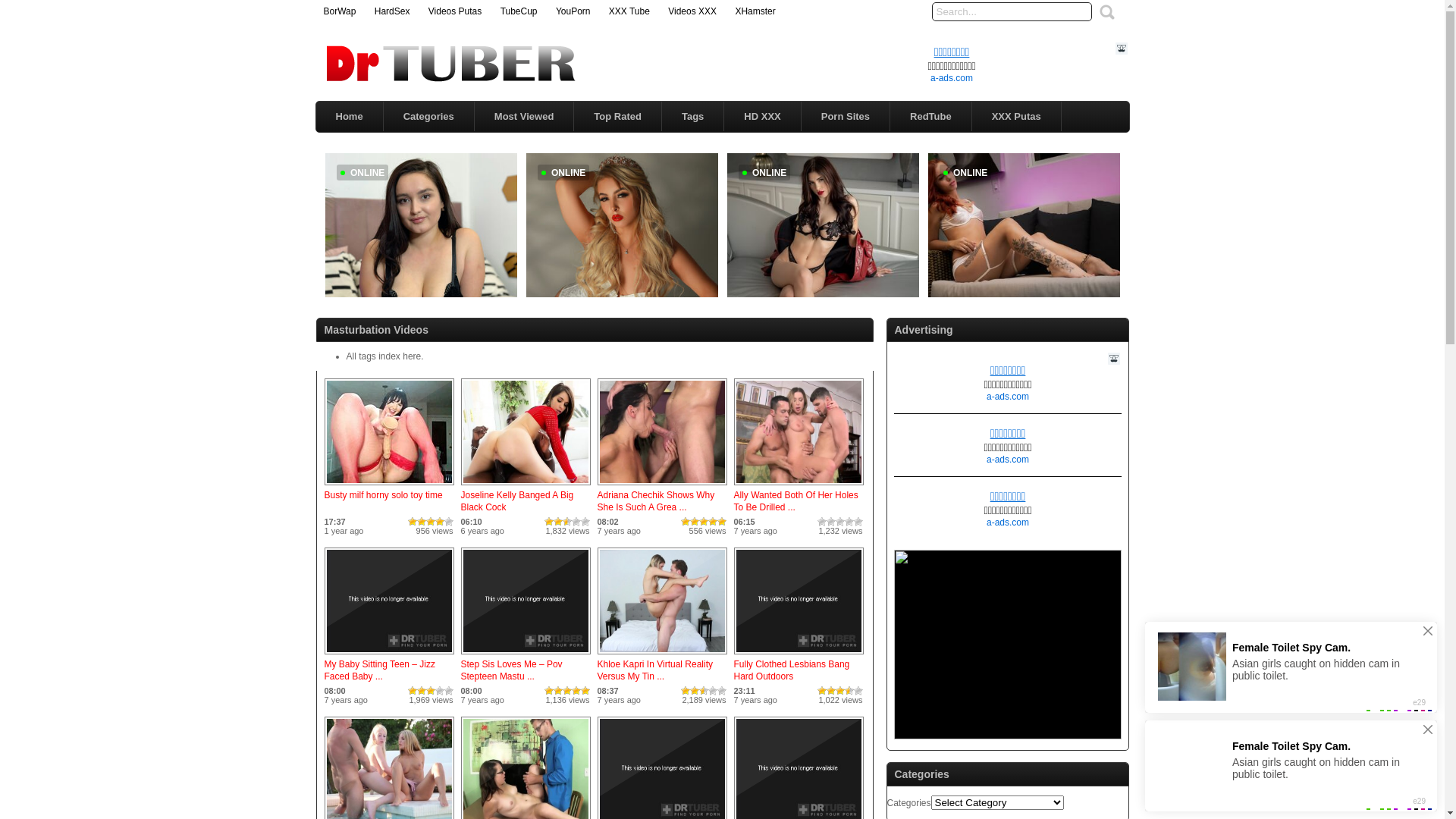  I want to click on 'Videos XXX', so click(691, 11).